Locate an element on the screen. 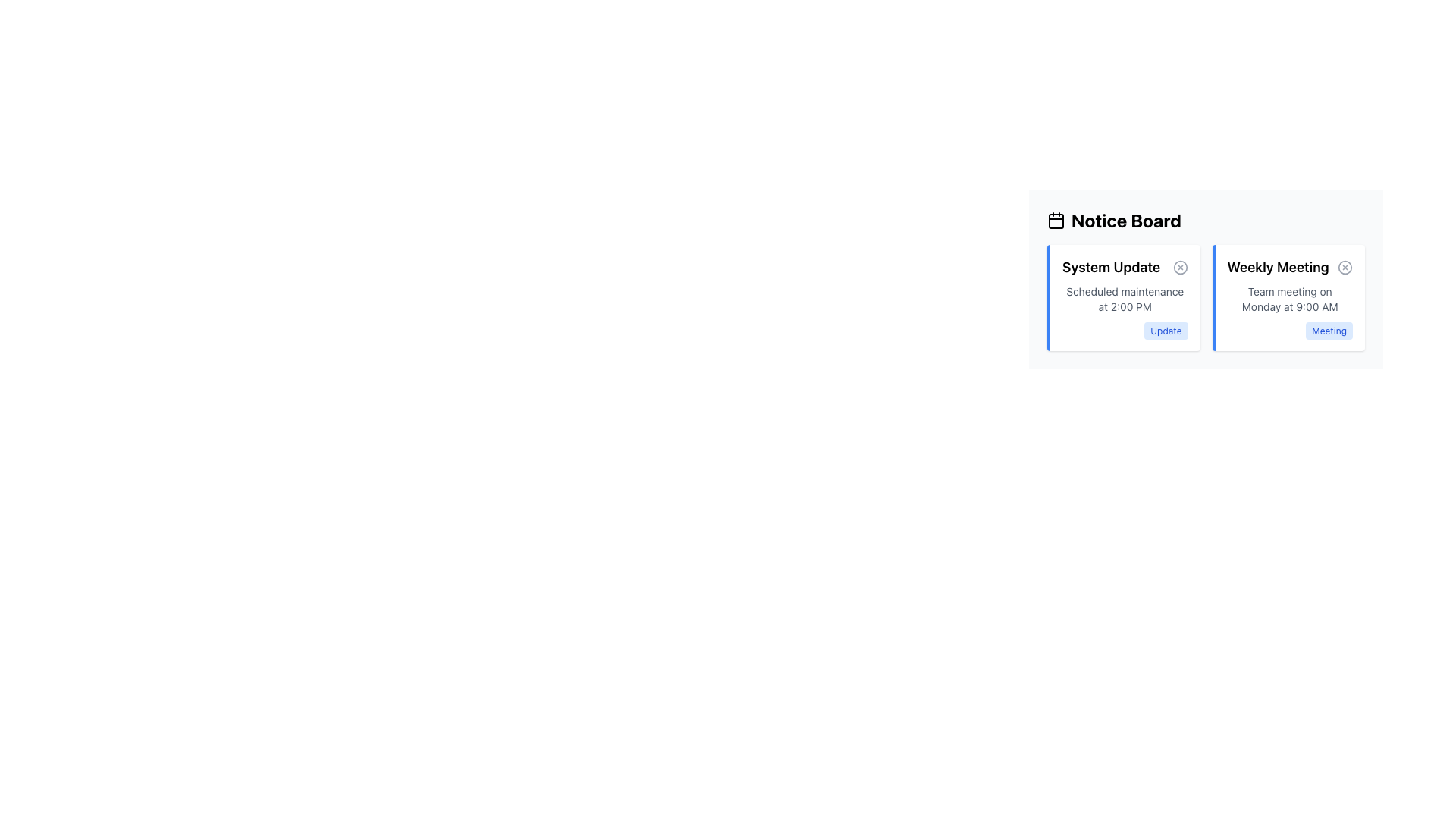 The image size is (1456, 819). the Text Label that displays the title of the notice in the second notice box under the 'Notice Board' section is located at coordinates (1289, 267).